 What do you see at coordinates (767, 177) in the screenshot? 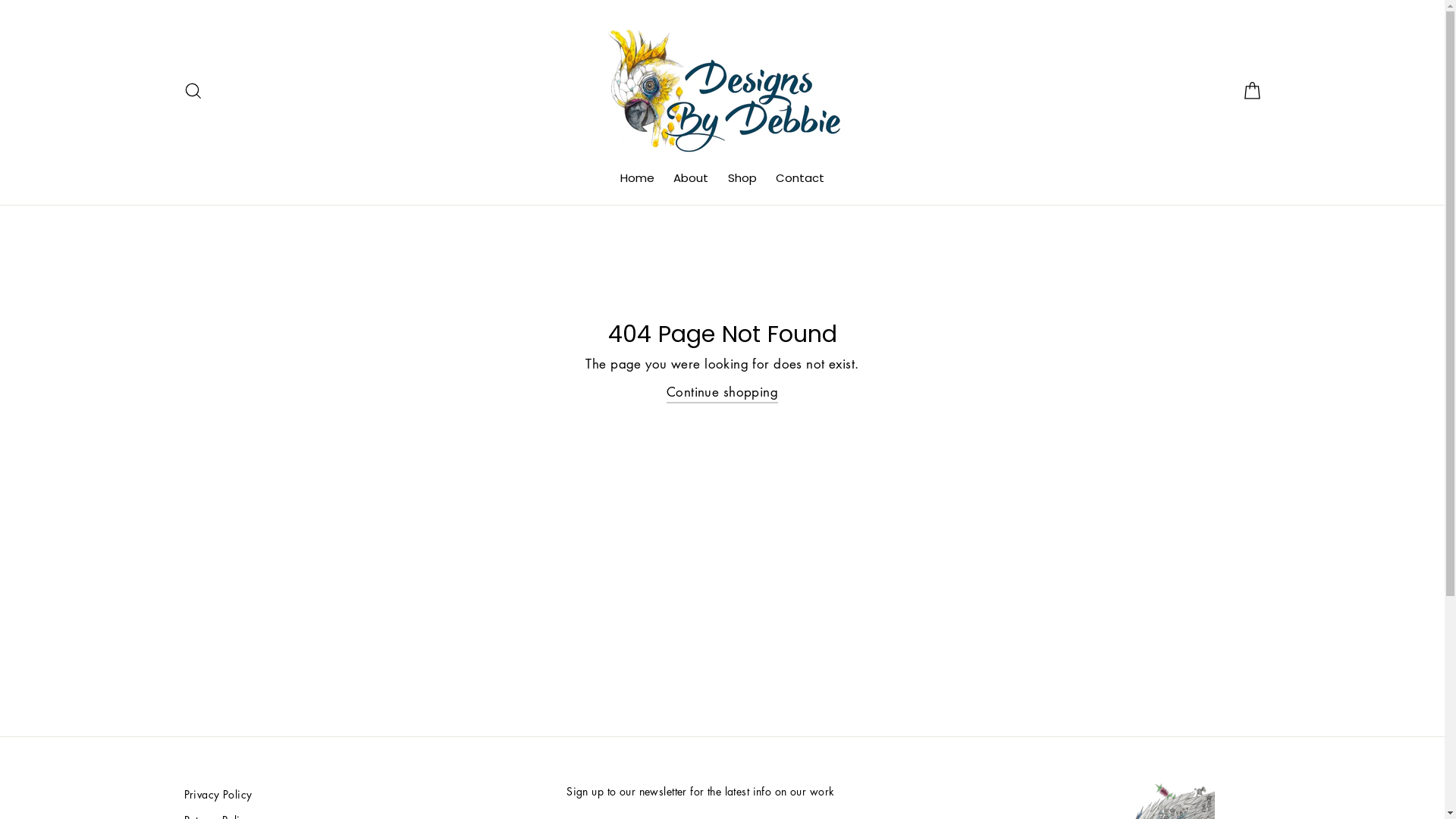
I see `'Contact'` at bounding box center [767, 177].